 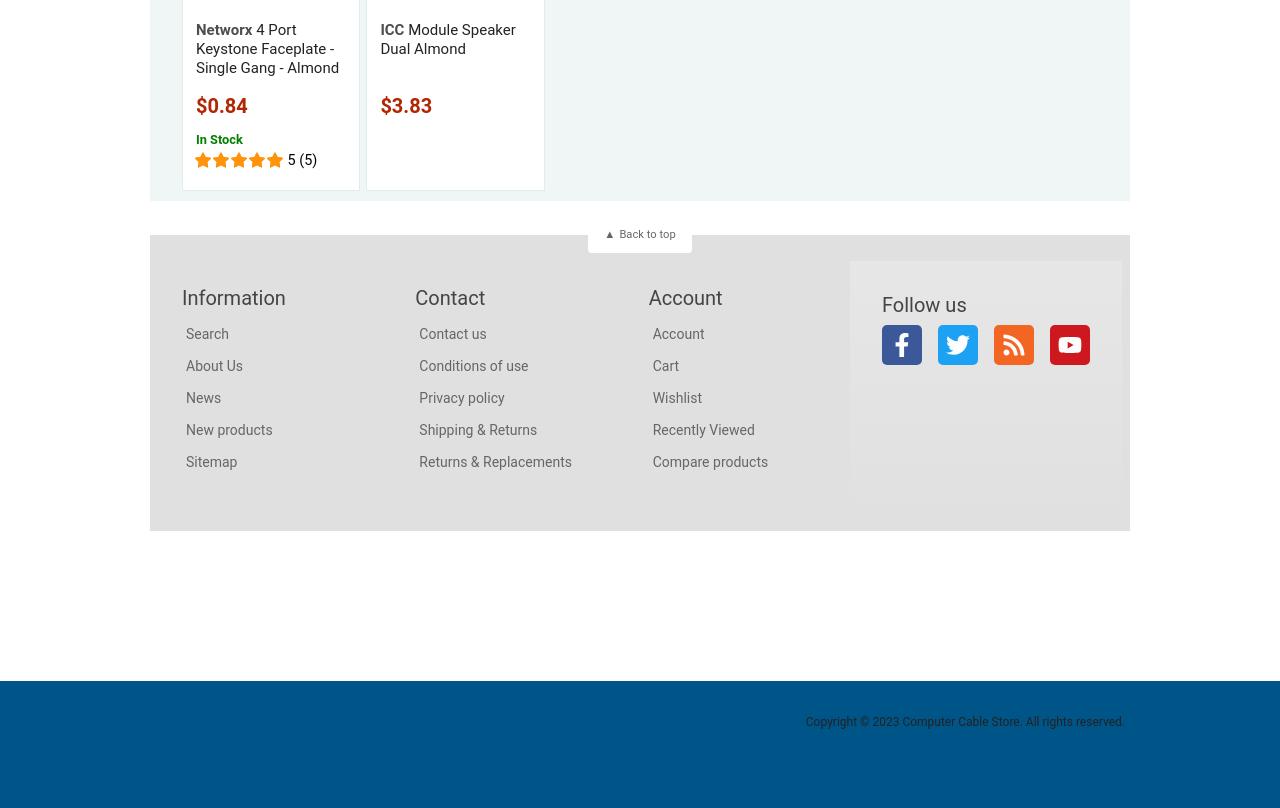 I want to click on 'Sitemap', so click(x=211, y=460).